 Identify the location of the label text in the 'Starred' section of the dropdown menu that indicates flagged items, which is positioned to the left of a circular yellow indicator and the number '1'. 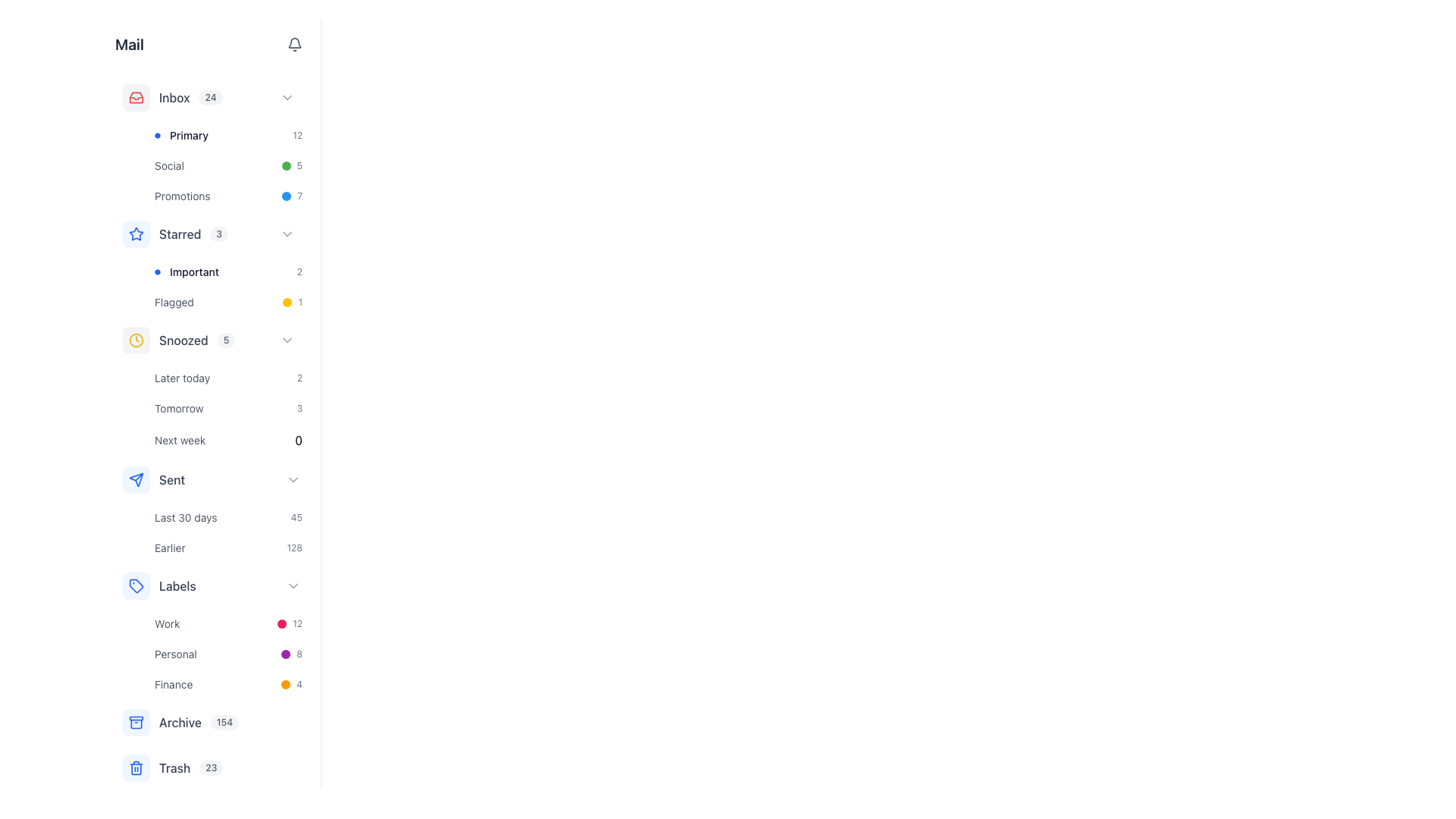
(174, 302).